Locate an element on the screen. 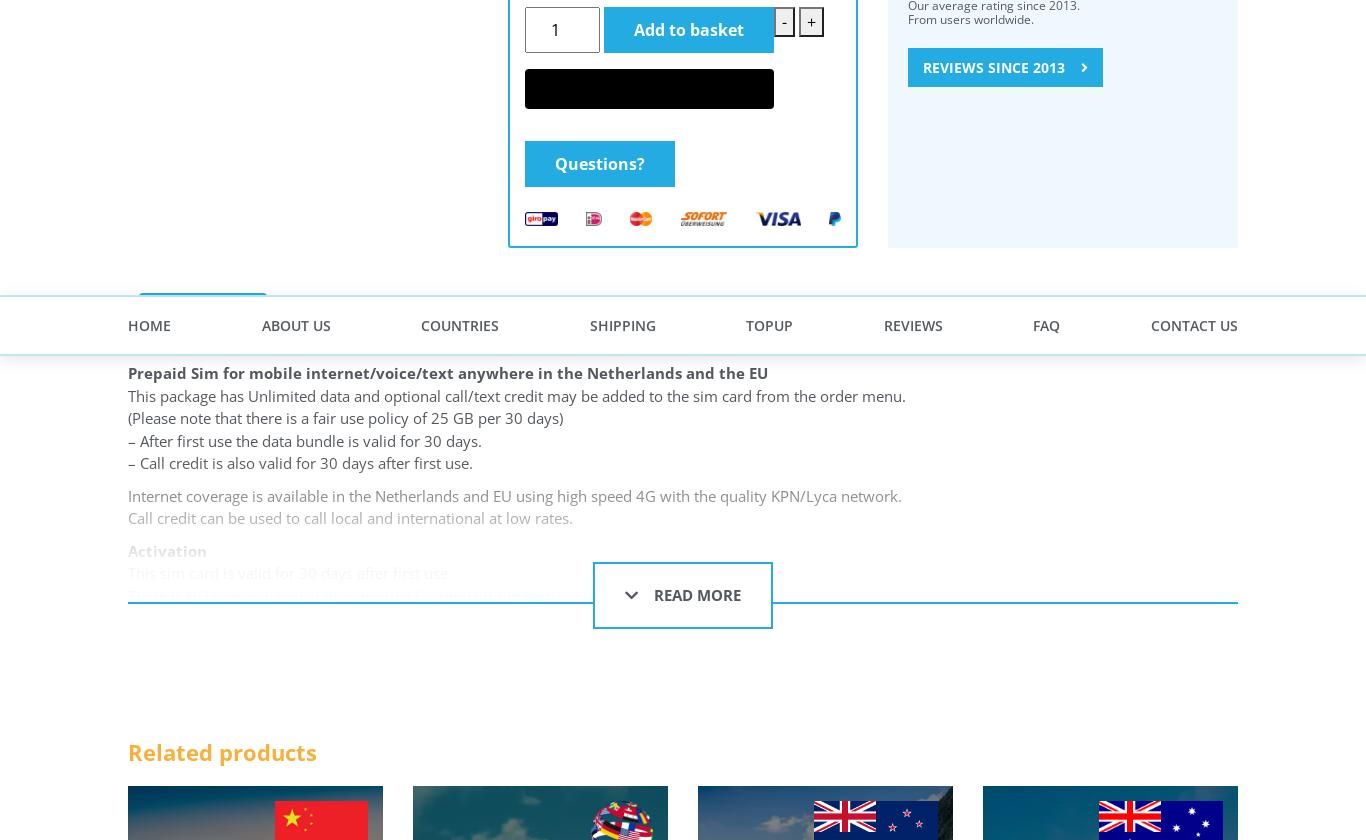 The height and width of the screenshot is (840, 1366). 'Contact us' is located at coordinates (184, 405).